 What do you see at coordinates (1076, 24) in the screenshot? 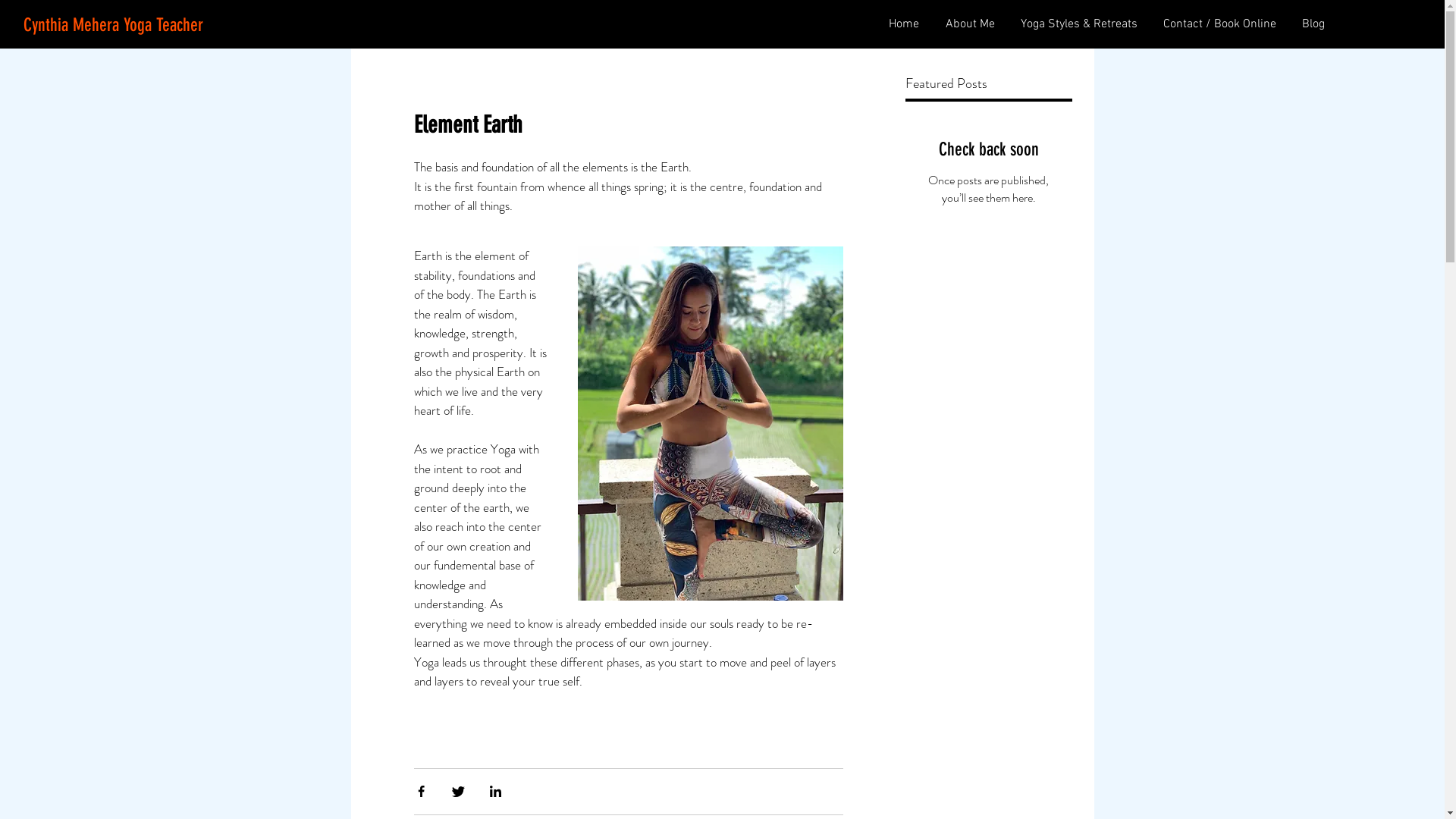
I see `'Yoga Styles & Retreats'` at bounding box center [1076, 24].